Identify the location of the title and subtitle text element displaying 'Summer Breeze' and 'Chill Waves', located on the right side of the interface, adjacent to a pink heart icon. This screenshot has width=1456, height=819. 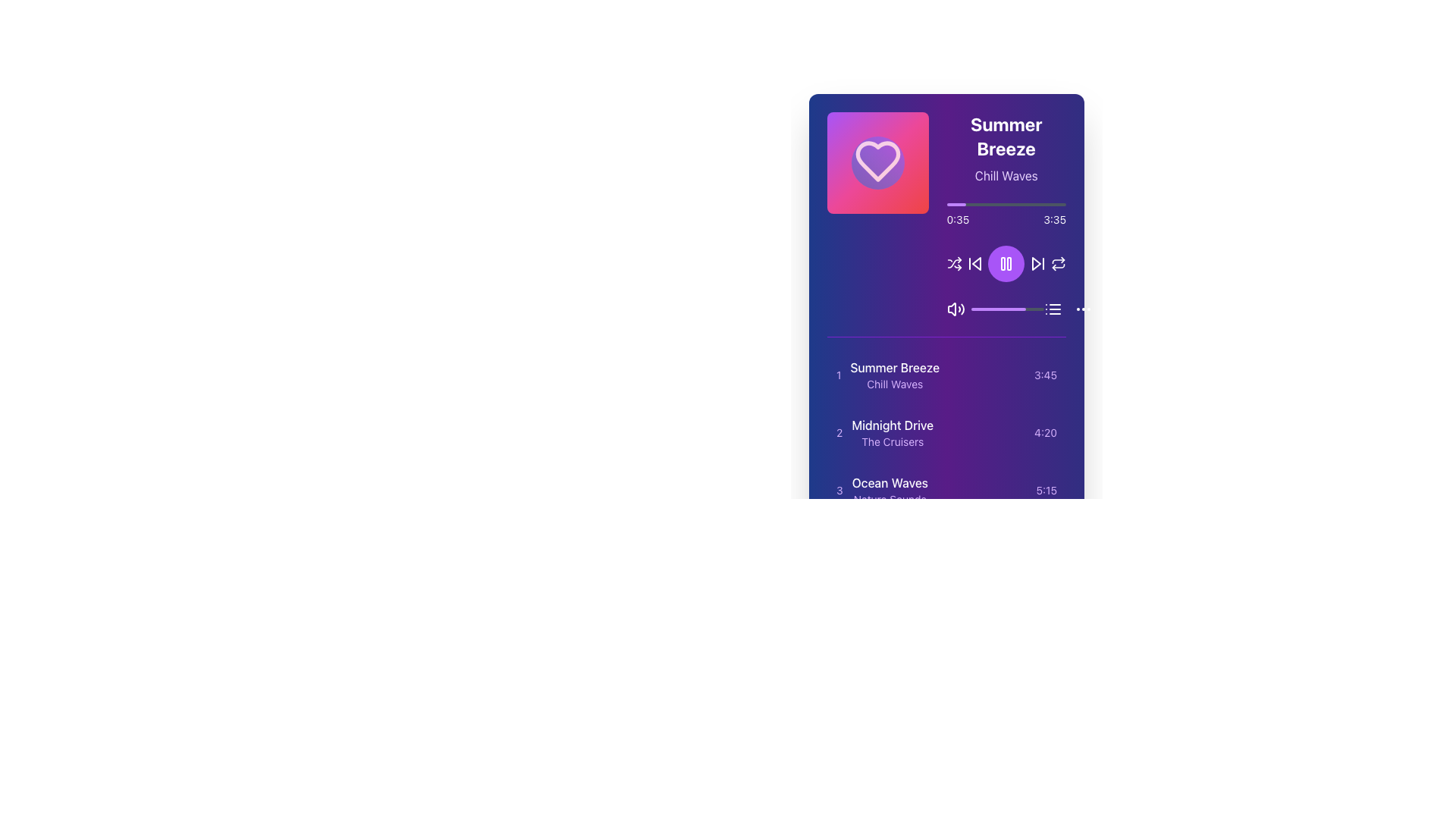
(1006, 149).